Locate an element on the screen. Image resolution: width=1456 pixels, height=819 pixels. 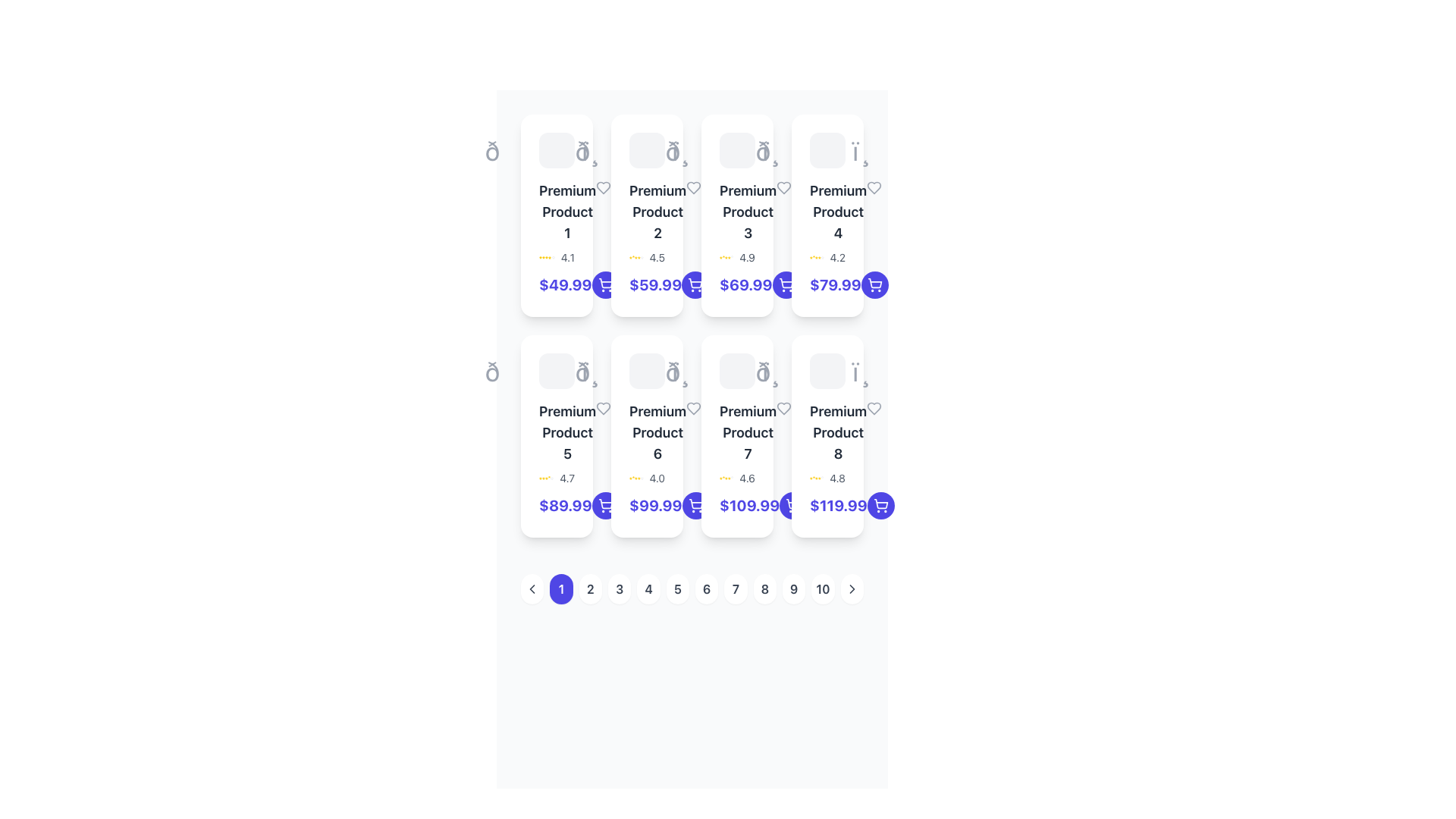
the price of the product card, which is the fourth card in the first row of a 4-column grid layout, to potentially add the item to the cart is located at coordinates (827, 215).